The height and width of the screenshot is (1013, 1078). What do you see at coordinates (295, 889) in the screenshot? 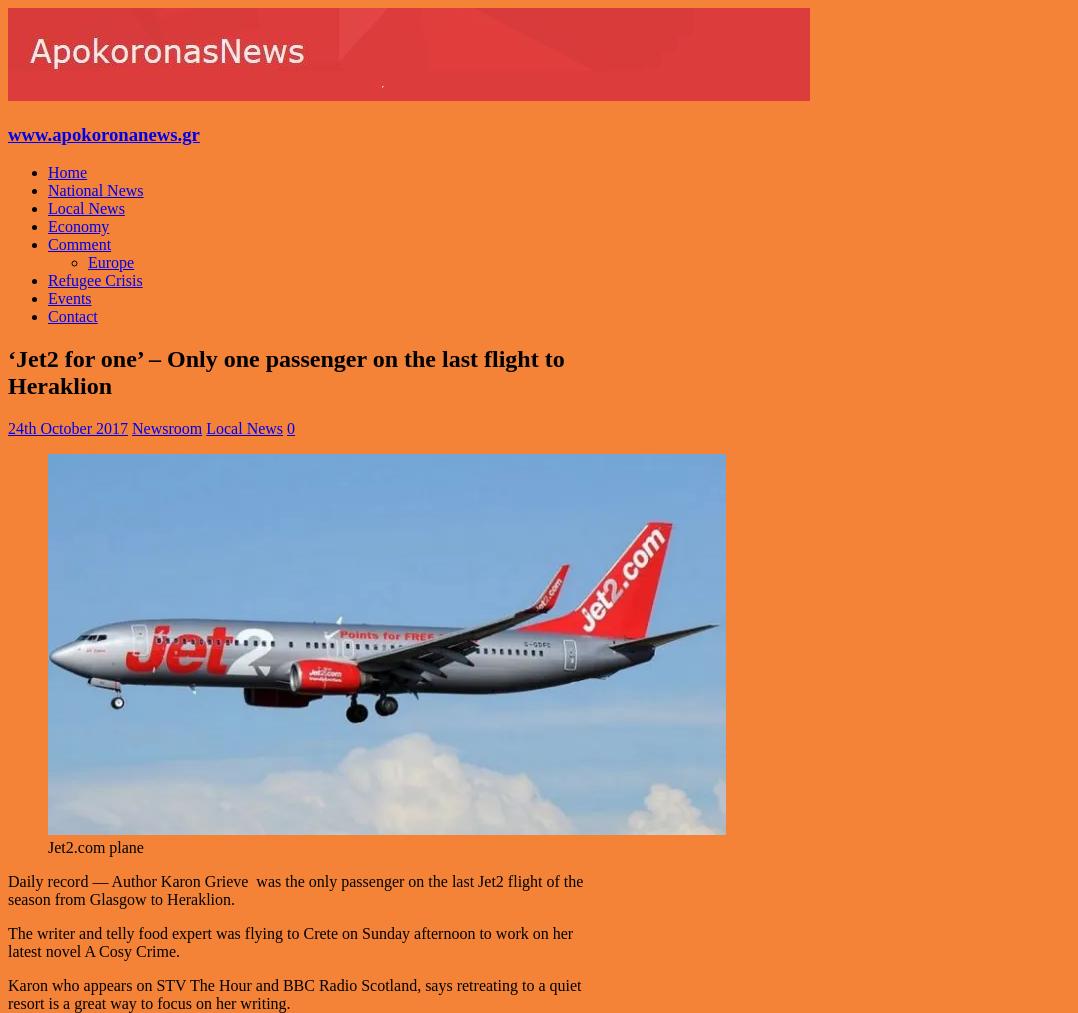
I see `'Daily record — Author Karon Grieve  was the only passenger on the last Jet2 flight of the season from Glasgow to Heraklion.'` at bounding box center [295, 889].